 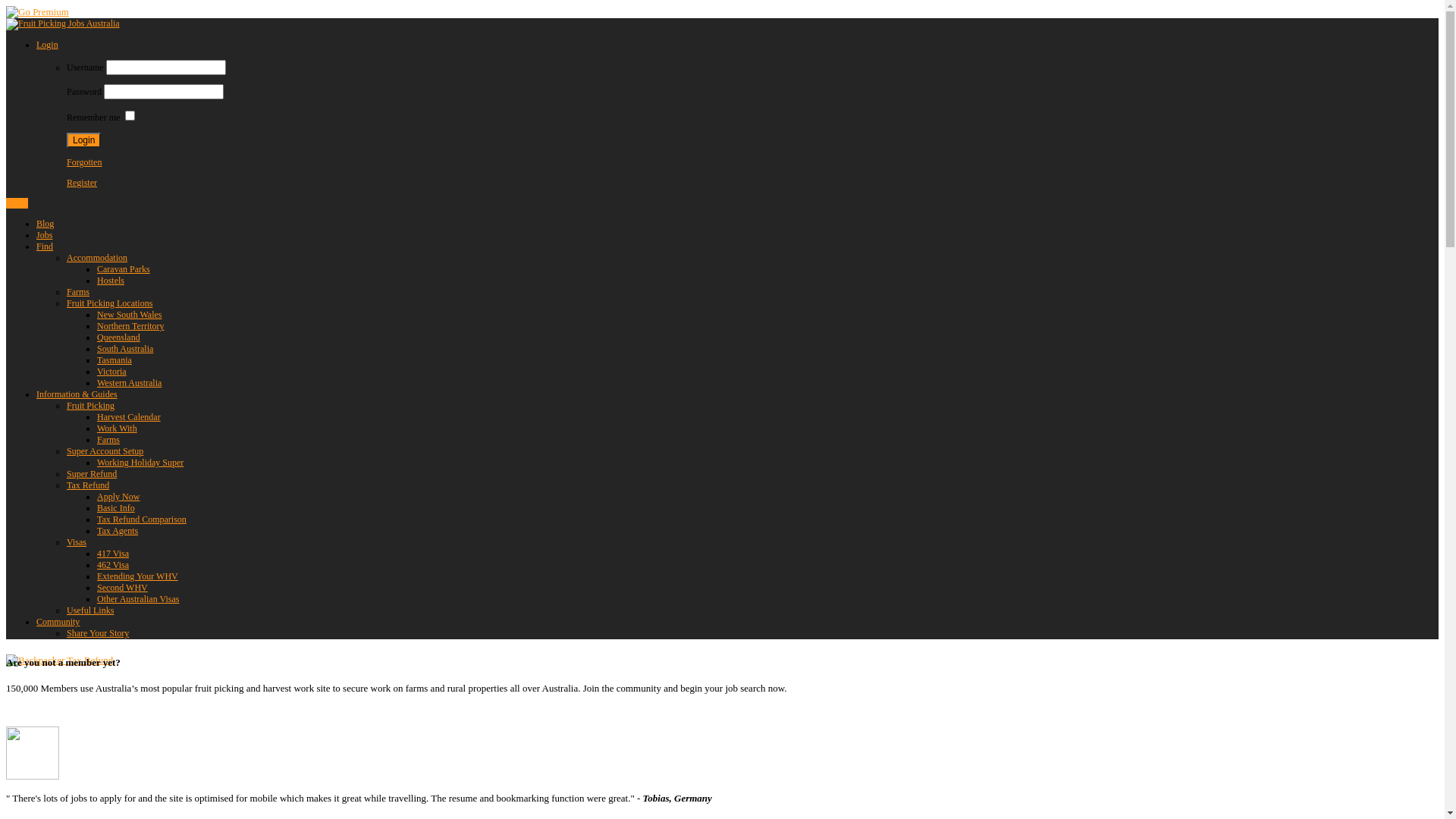 I want to click on 'Super Account Setup', so click(x=104, y=450).